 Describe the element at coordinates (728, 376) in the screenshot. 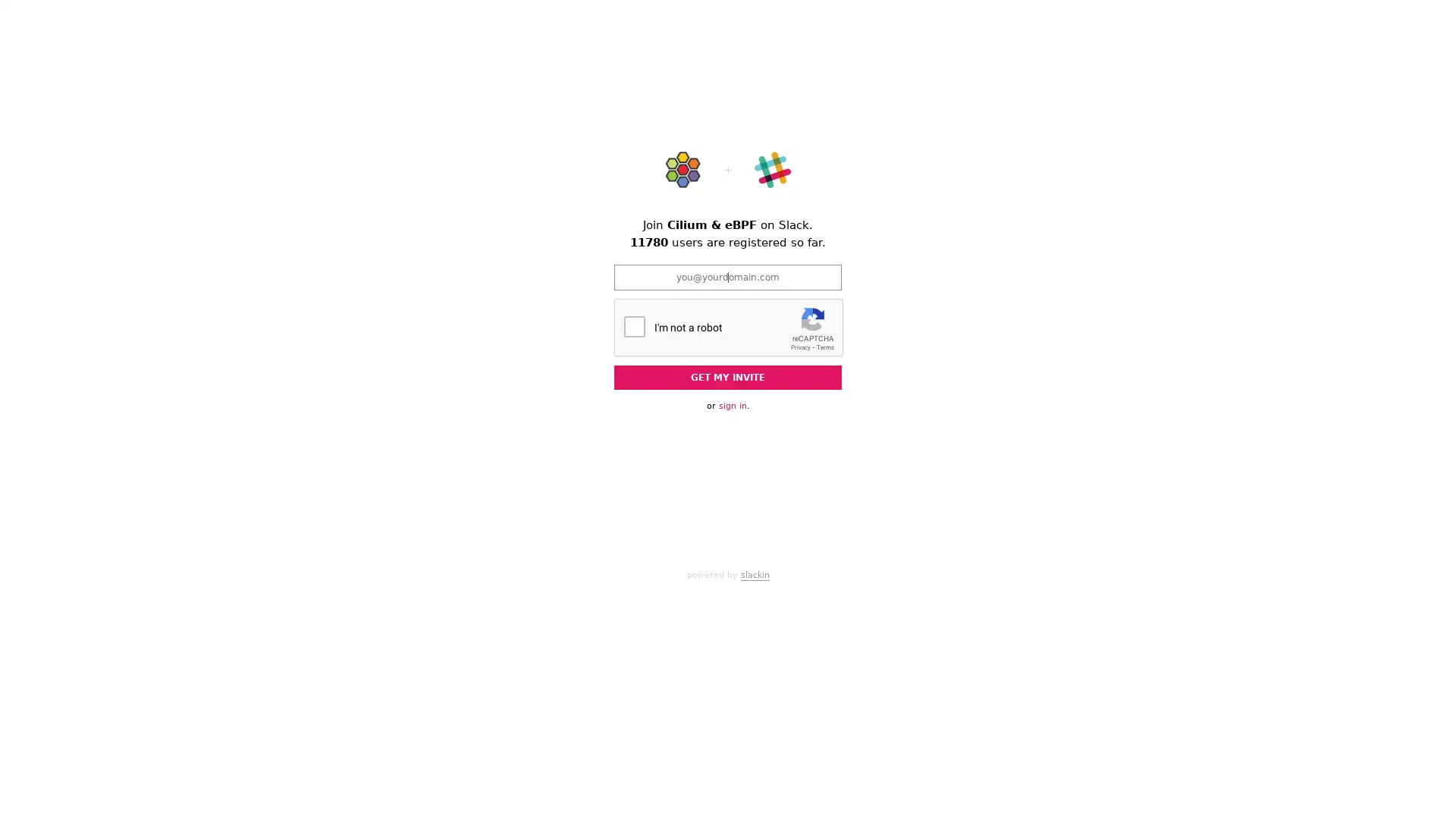

I see `GET MY INVITE` at that location.